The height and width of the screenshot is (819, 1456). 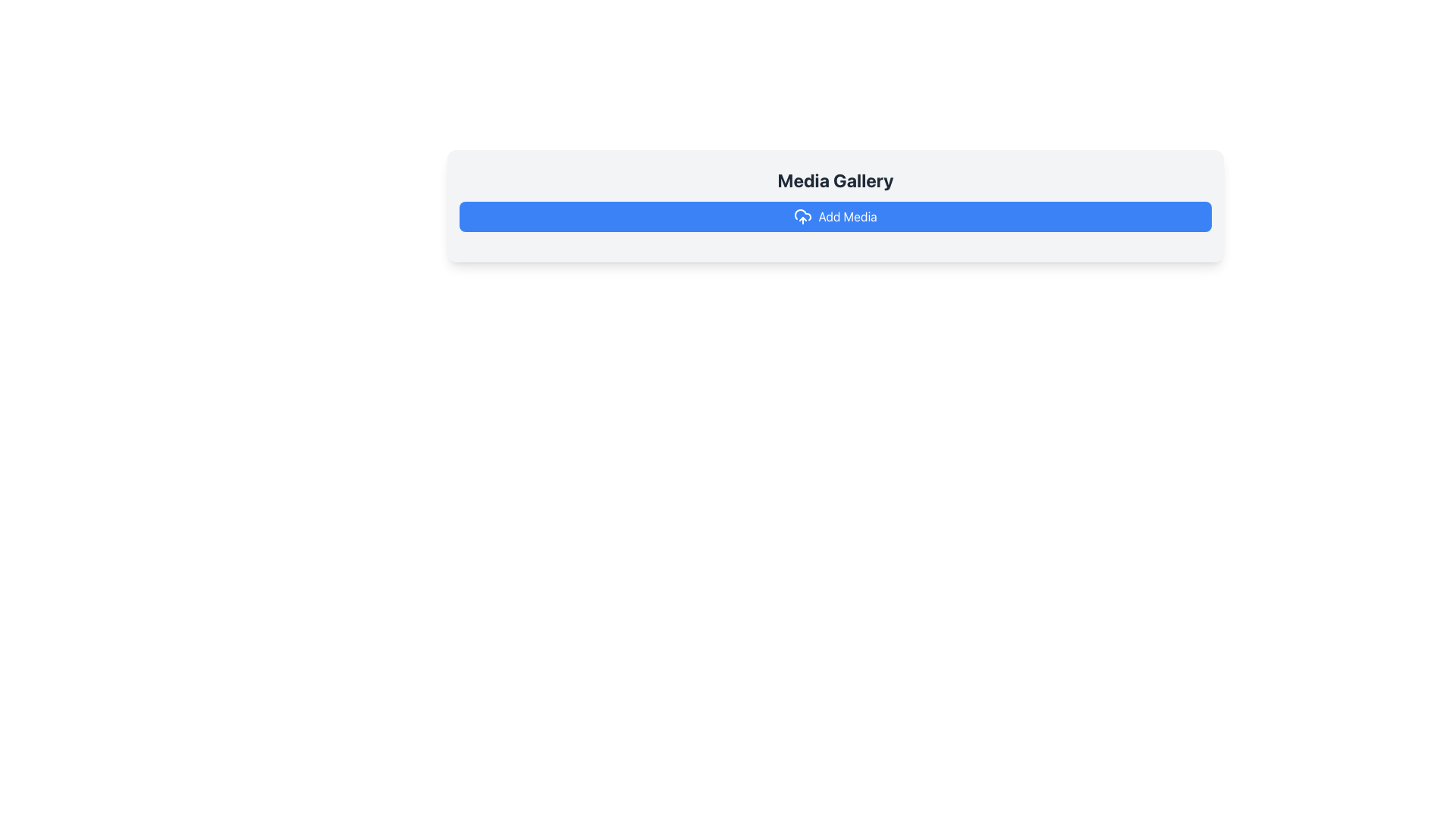 I want to click on the blue rectangular button with rounded corners that has a white upward arrow inside a cloud icon and the text 'Add Media' in bold white font, so click(x=835, y=216).